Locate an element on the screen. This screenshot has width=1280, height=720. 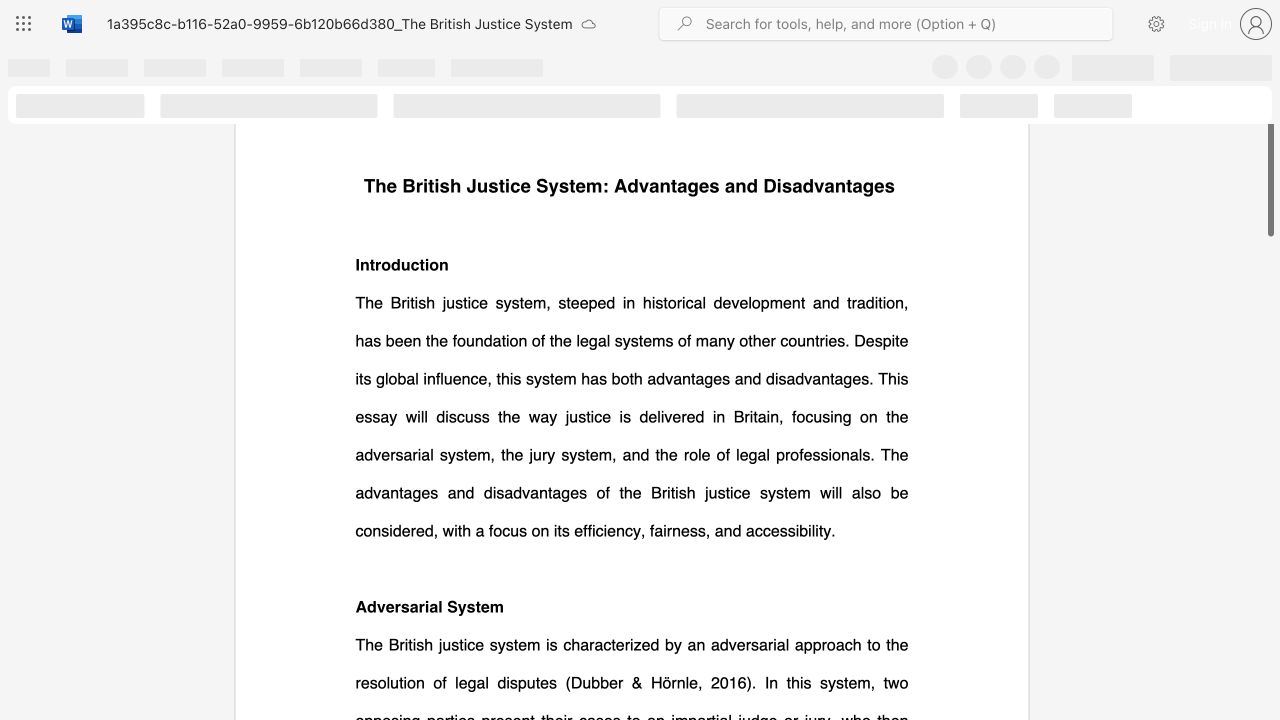
the subset text "trodu" within the text "Introduction" is located at coordinates (369, 263).